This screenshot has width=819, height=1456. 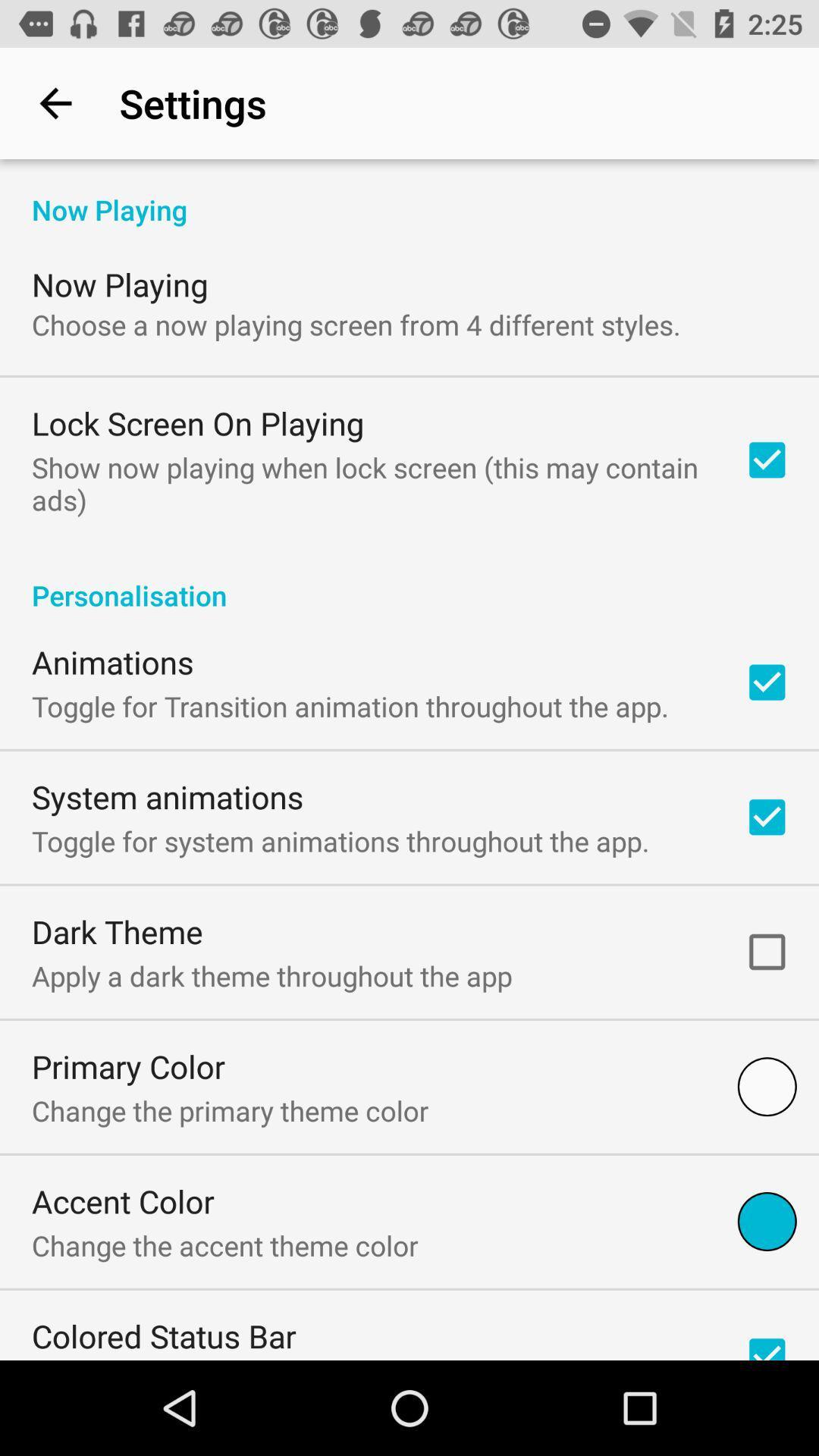 What do you see at coordinates (55, 102) in the screenshot?
I see `the icon to the left of settings` at bounding box center [55, 102].